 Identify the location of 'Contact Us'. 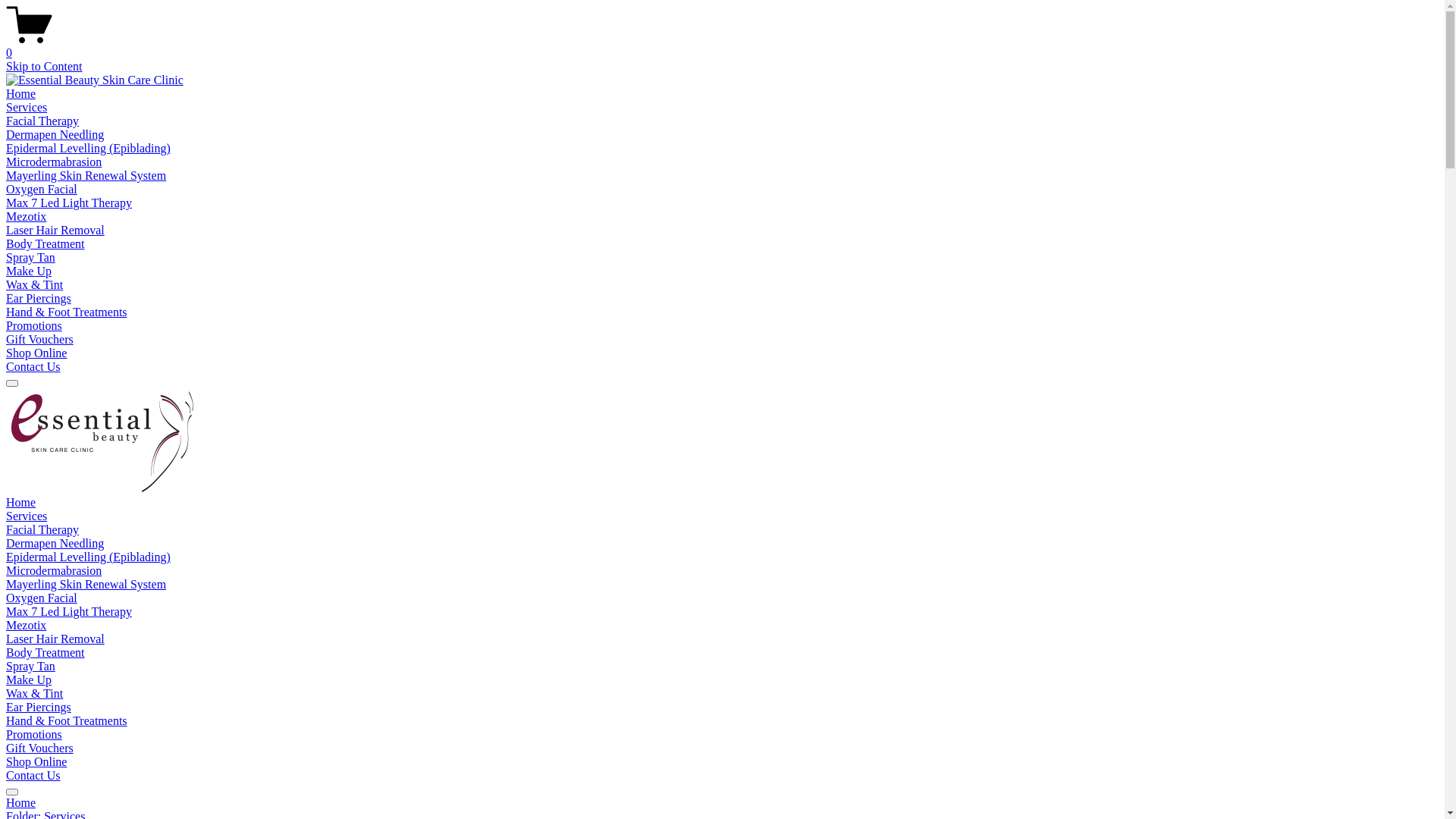
(33, 775).